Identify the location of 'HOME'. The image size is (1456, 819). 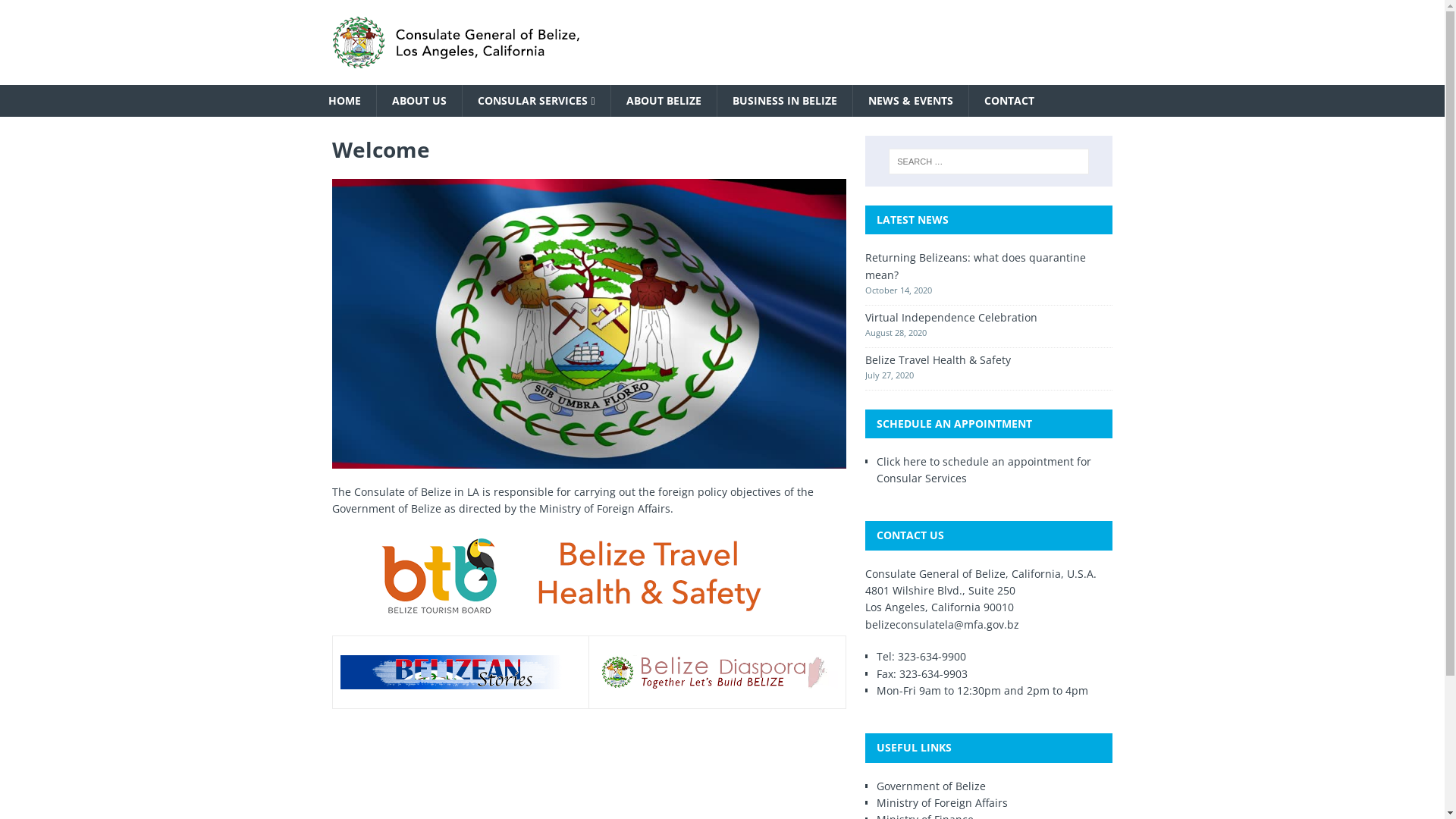
(343, 100).